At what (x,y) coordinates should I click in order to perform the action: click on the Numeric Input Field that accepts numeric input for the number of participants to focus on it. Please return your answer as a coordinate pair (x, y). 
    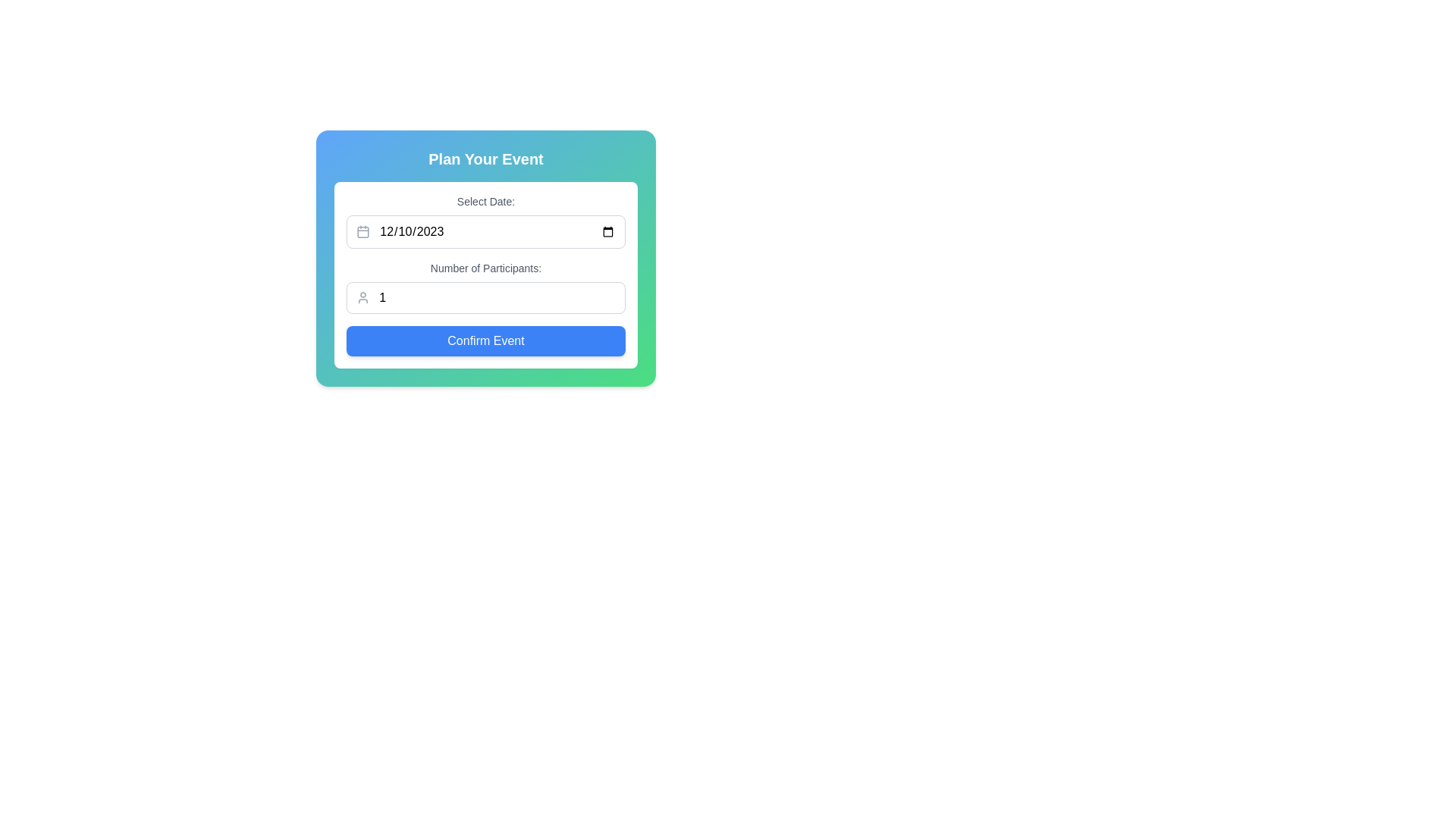
    Looking at the image, I should click on (497, 298).